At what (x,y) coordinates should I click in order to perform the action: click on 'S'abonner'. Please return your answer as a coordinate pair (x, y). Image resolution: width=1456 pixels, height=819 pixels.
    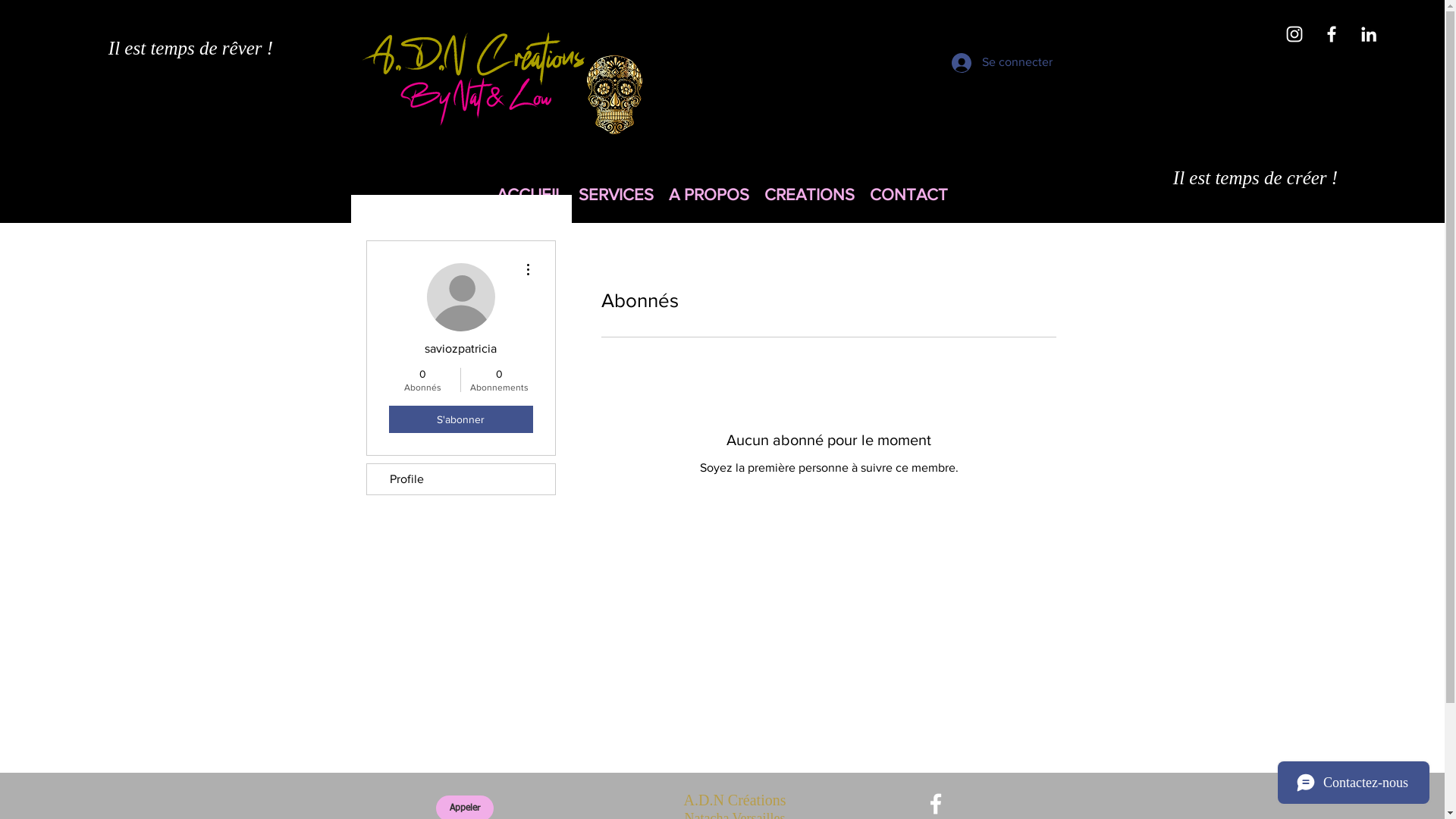
    Looking at the image, I should click on (459, 419).